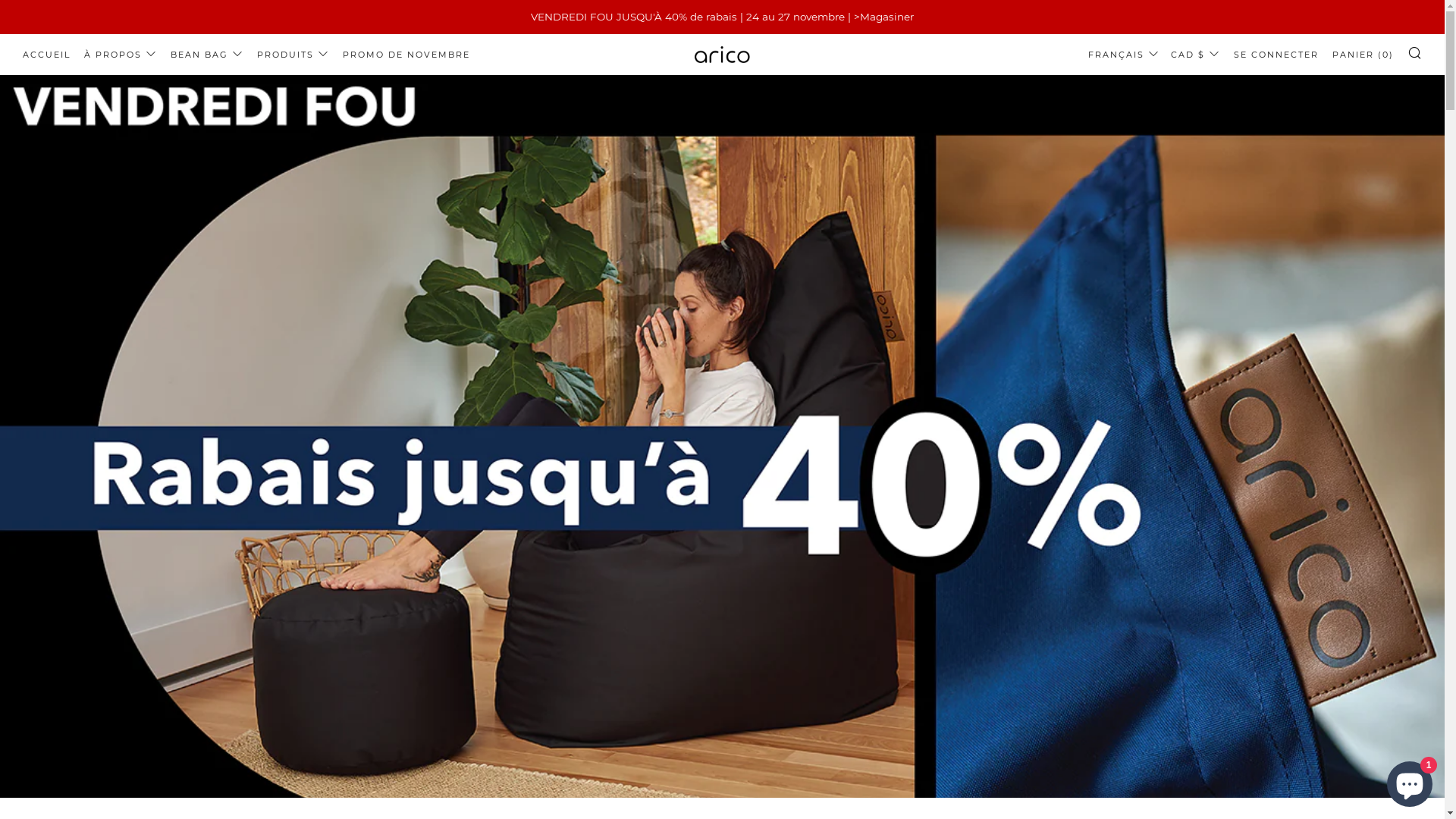 The width and height of the screenshot is (1456, 819). What do you see at coordinates (22, 54) in the screenshot?
I see `'ACCUEIL'` at bounding box center [22, 54].